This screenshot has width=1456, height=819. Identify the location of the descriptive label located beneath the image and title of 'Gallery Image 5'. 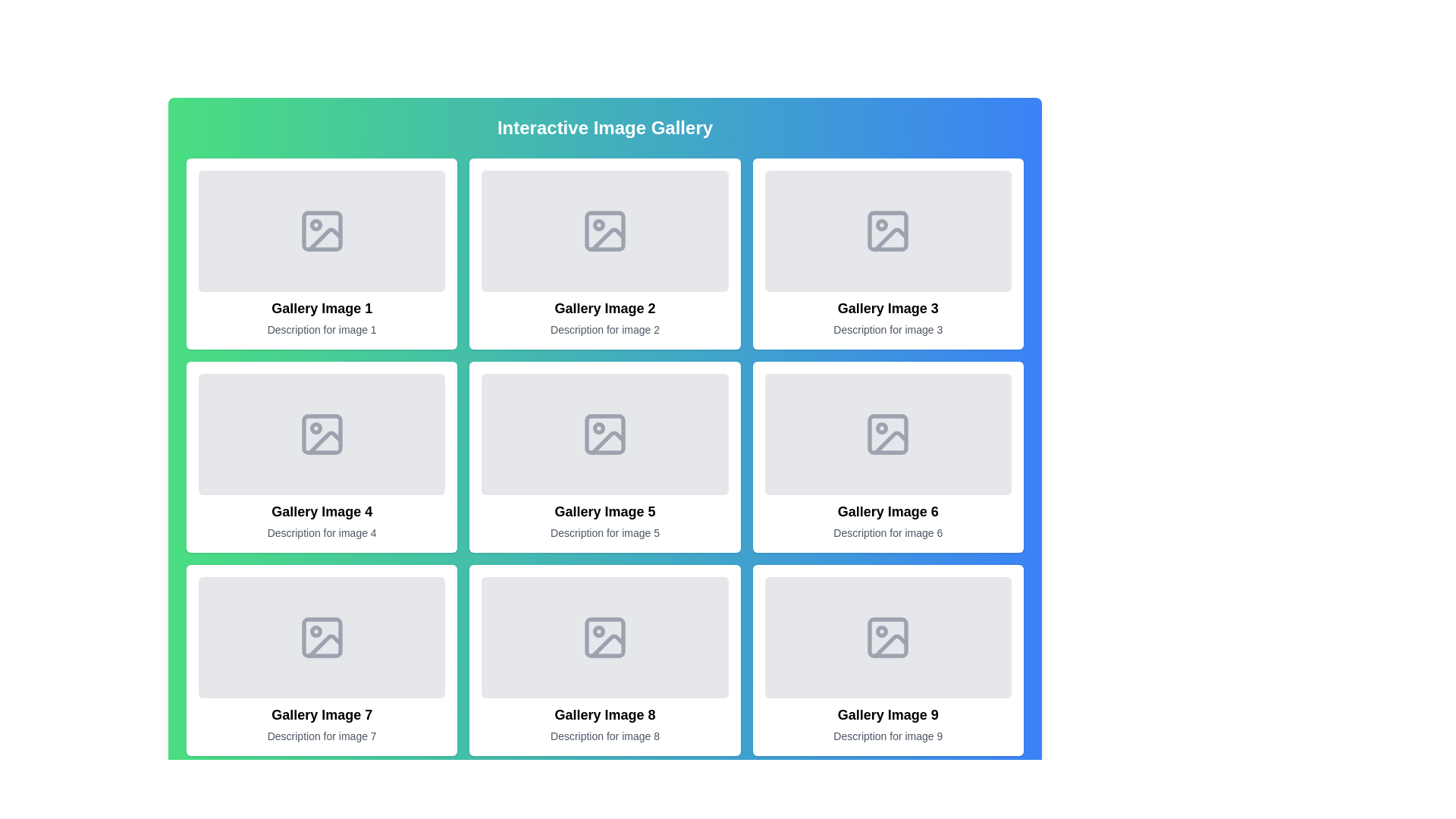
(604, 532).